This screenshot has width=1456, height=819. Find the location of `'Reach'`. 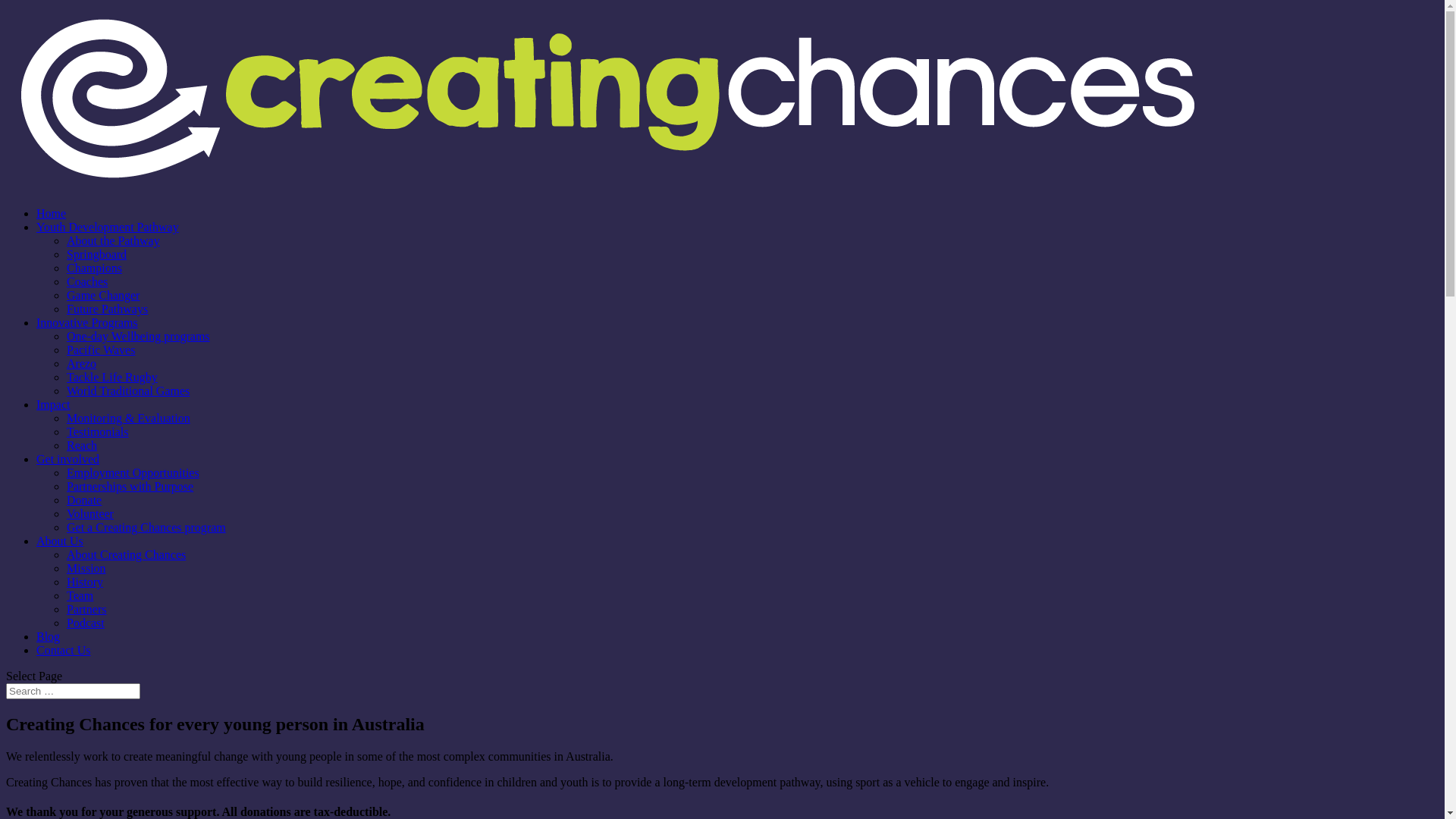

'Reach' is located at coordinates (80, 444).